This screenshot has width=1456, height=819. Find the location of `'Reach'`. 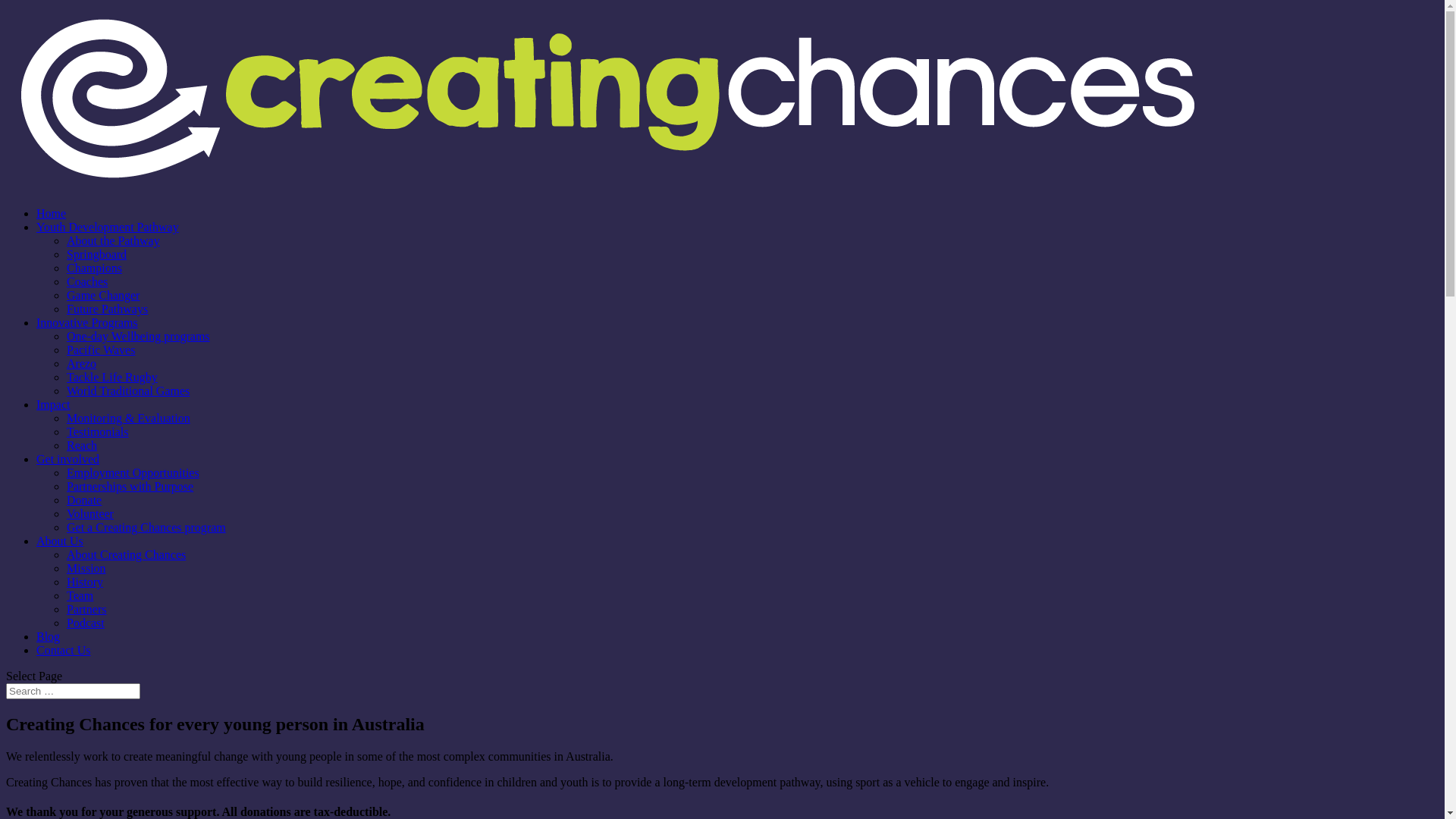

'Reach' is located at coordinates (80, 444).